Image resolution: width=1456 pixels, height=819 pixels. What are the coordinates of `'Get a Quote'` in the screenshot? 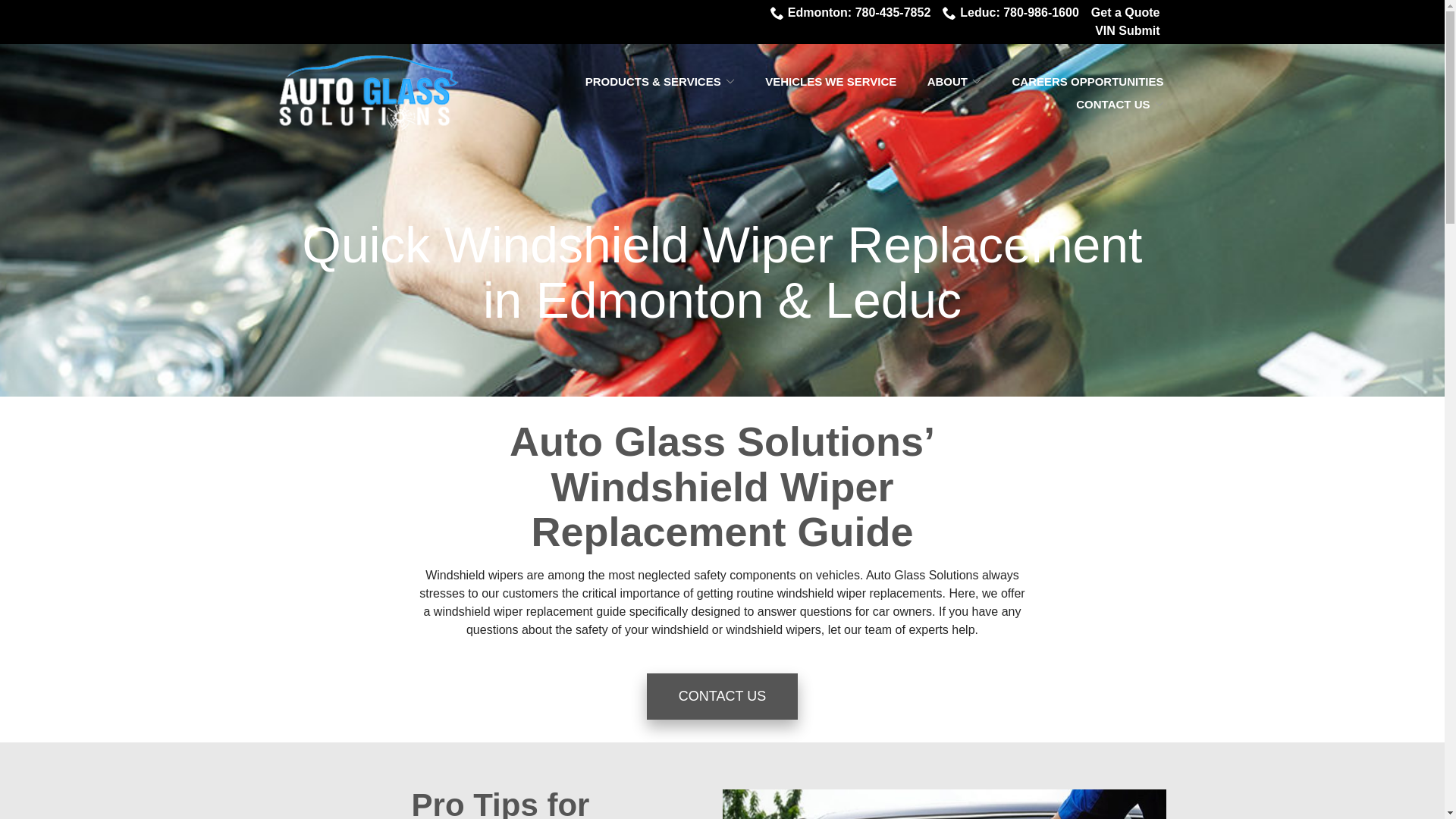 It's located at (1125, 12).